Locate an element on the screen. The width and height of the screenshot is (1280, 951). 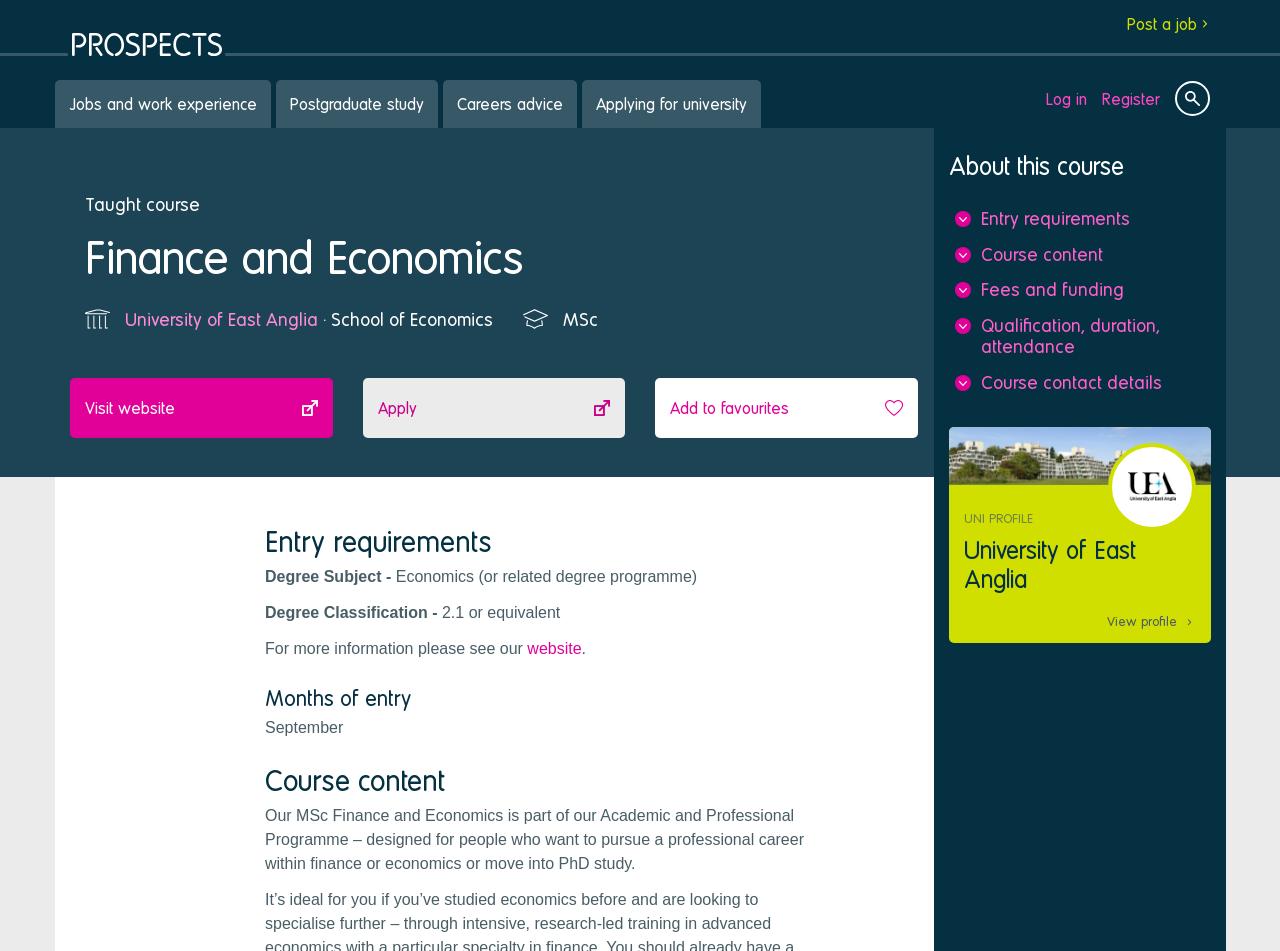
'Taught course' is located at coordinates (141, 203).